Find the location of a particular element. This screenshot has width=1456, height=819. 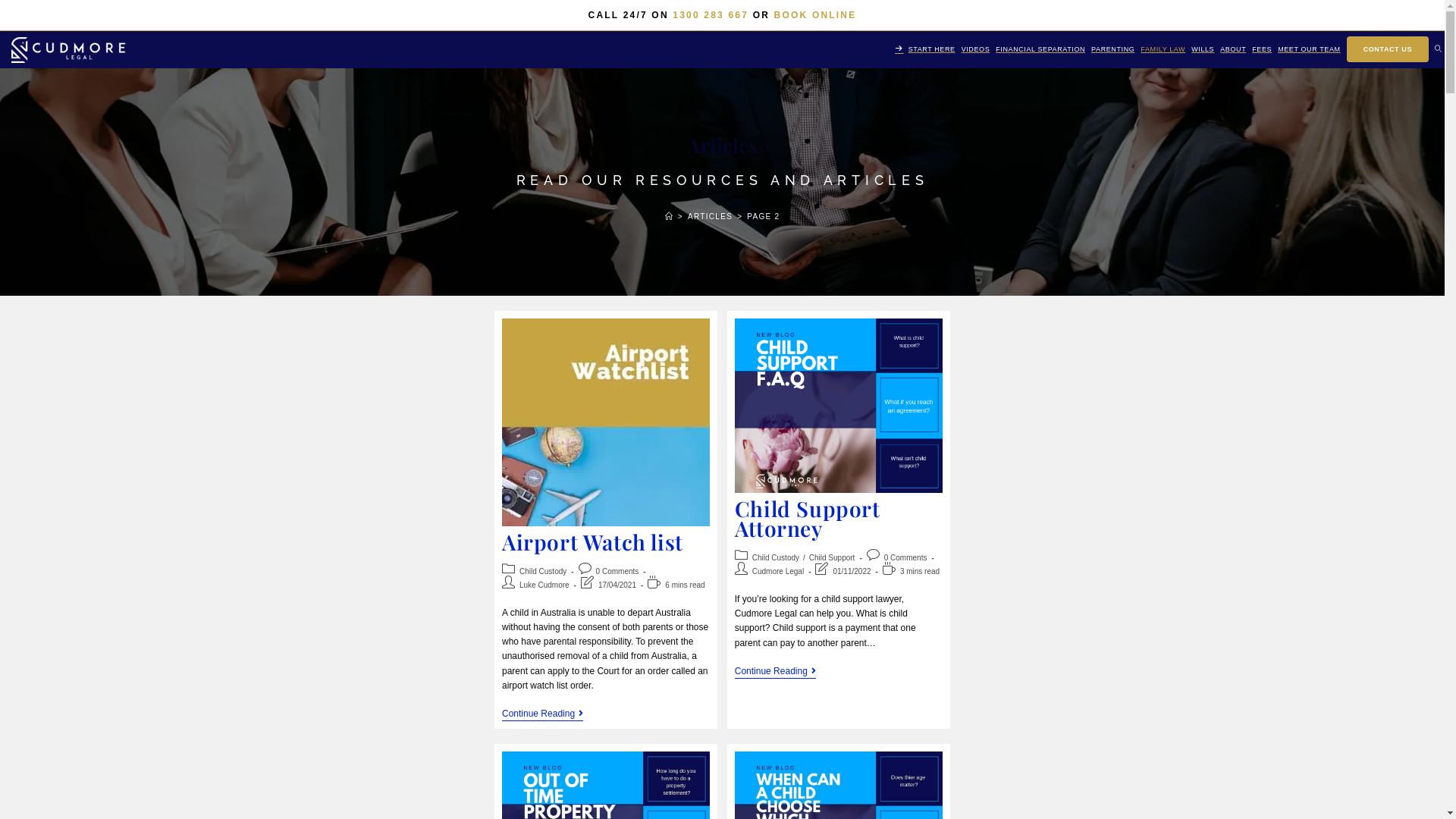

'VIDEOS' is located at coordinates (975, 49).